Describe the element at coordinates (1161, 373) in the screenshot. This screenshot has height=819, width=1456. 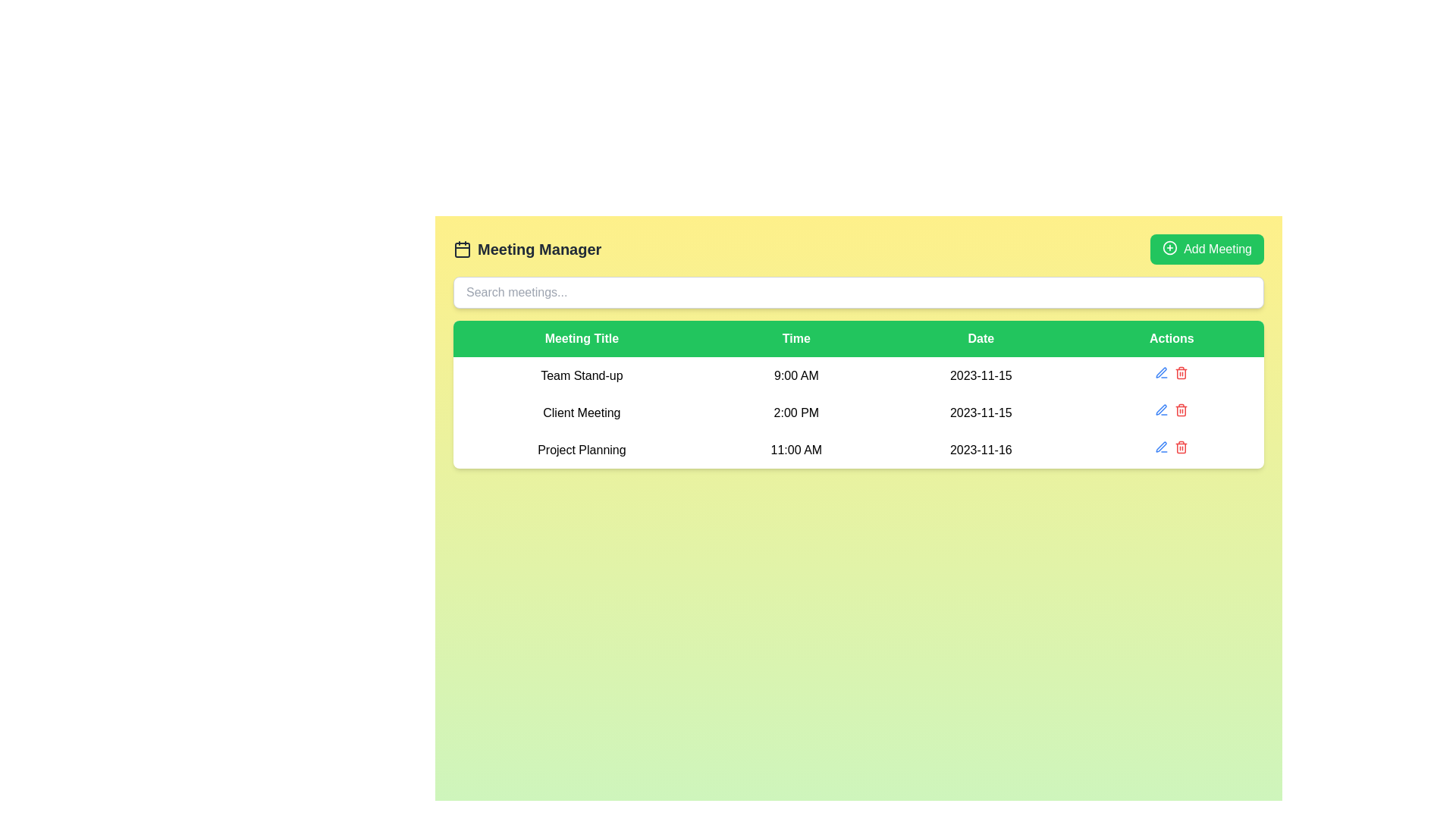
I see `the Edit button, which is the first icon in the Action column of the second row of the table located below the search bar, to change the icon's color` at that location.